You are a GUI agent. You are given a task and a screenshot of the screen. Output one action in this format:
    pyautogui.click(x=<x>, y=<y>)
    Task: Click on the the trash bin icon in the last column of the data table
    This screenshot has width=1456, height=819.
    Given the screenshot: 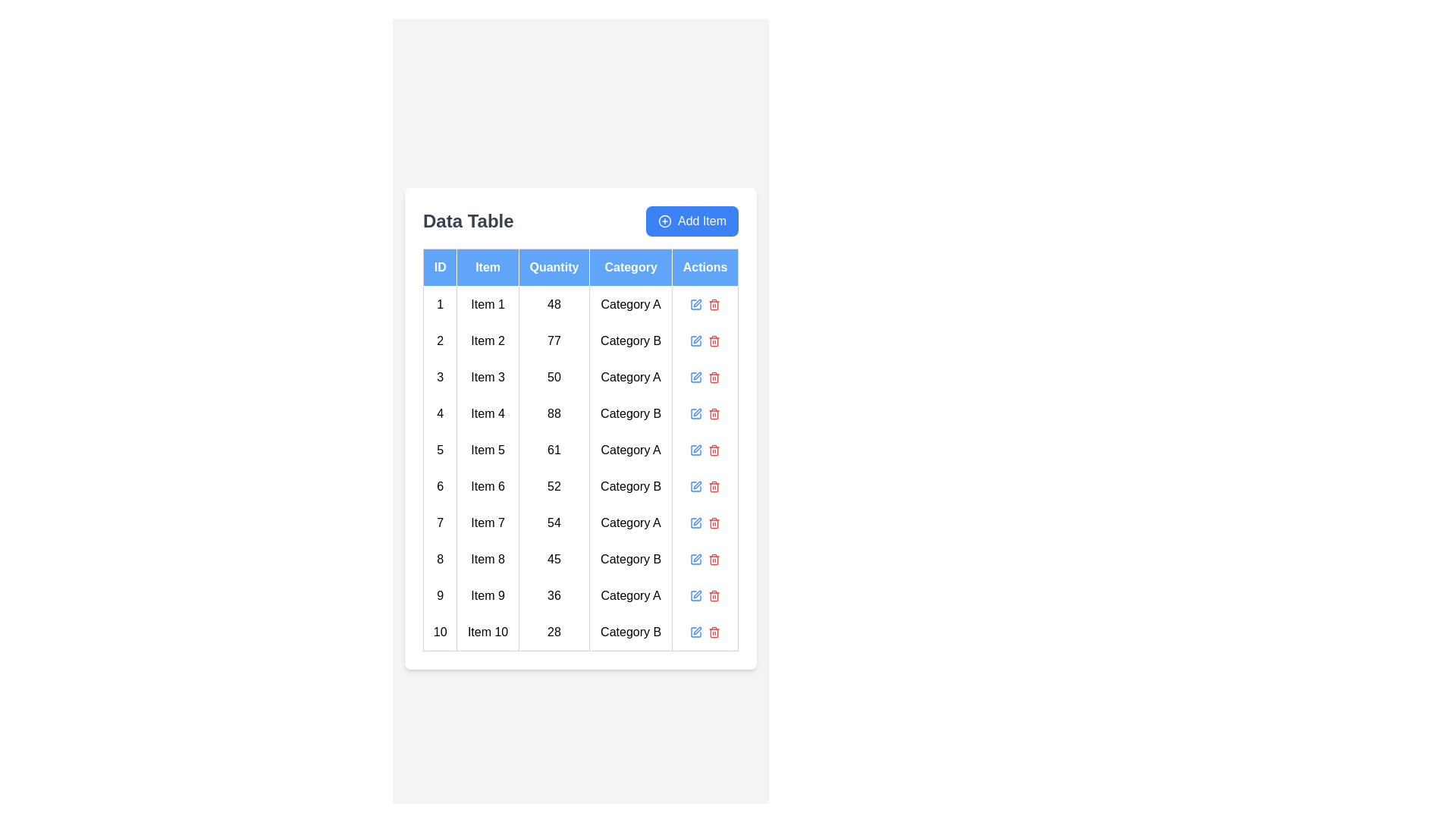 What is the action you would take?
    pyautogui.click(x=714, y=304)
    